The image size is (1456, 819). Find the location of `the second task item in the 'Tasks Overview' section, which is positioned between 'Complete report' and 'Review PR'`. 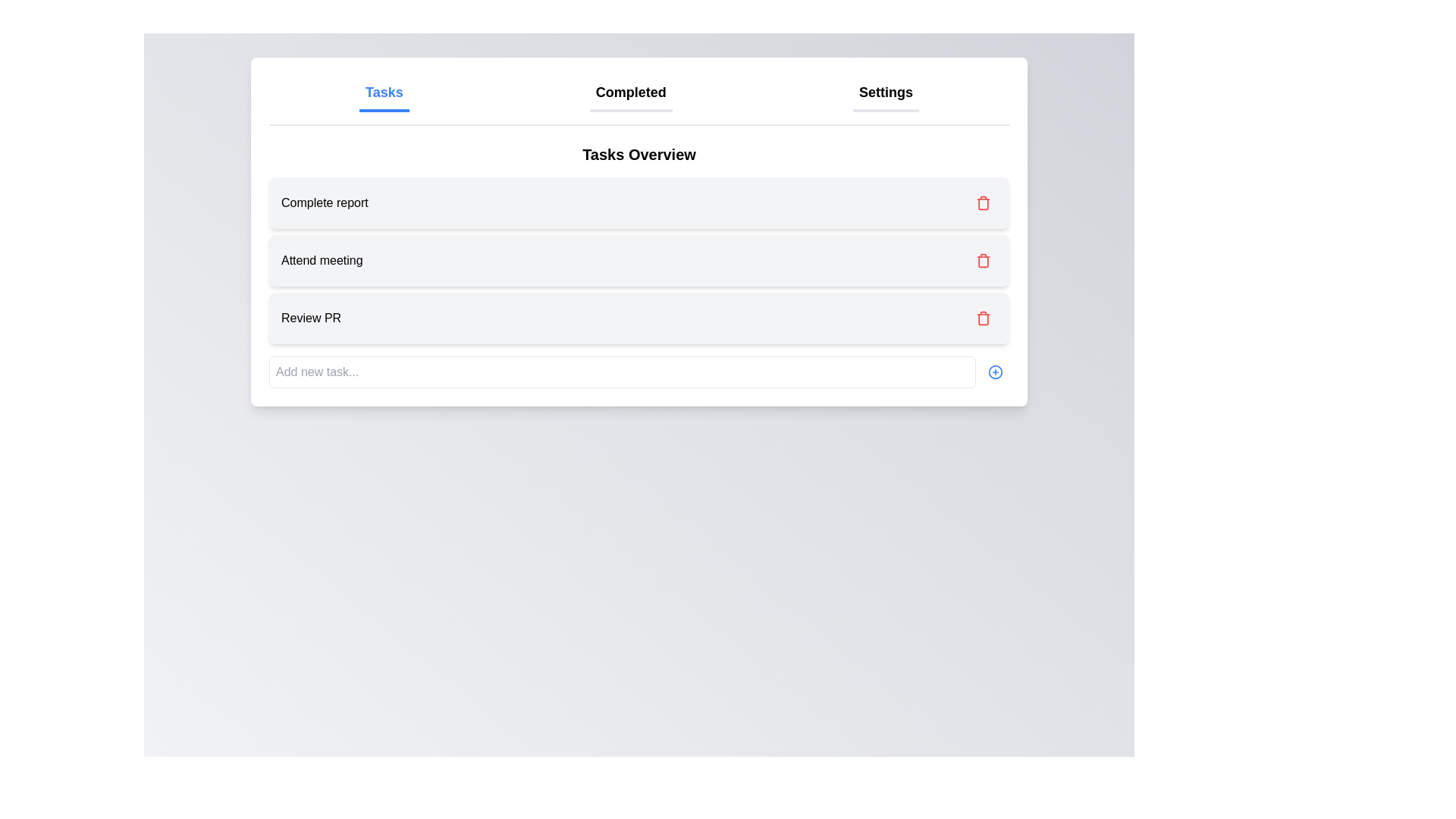

the second task item in the 'Tasks Overview' section, which is positioned between 'Complete report' and 'Review PR' is located at coordinates (639, 259).